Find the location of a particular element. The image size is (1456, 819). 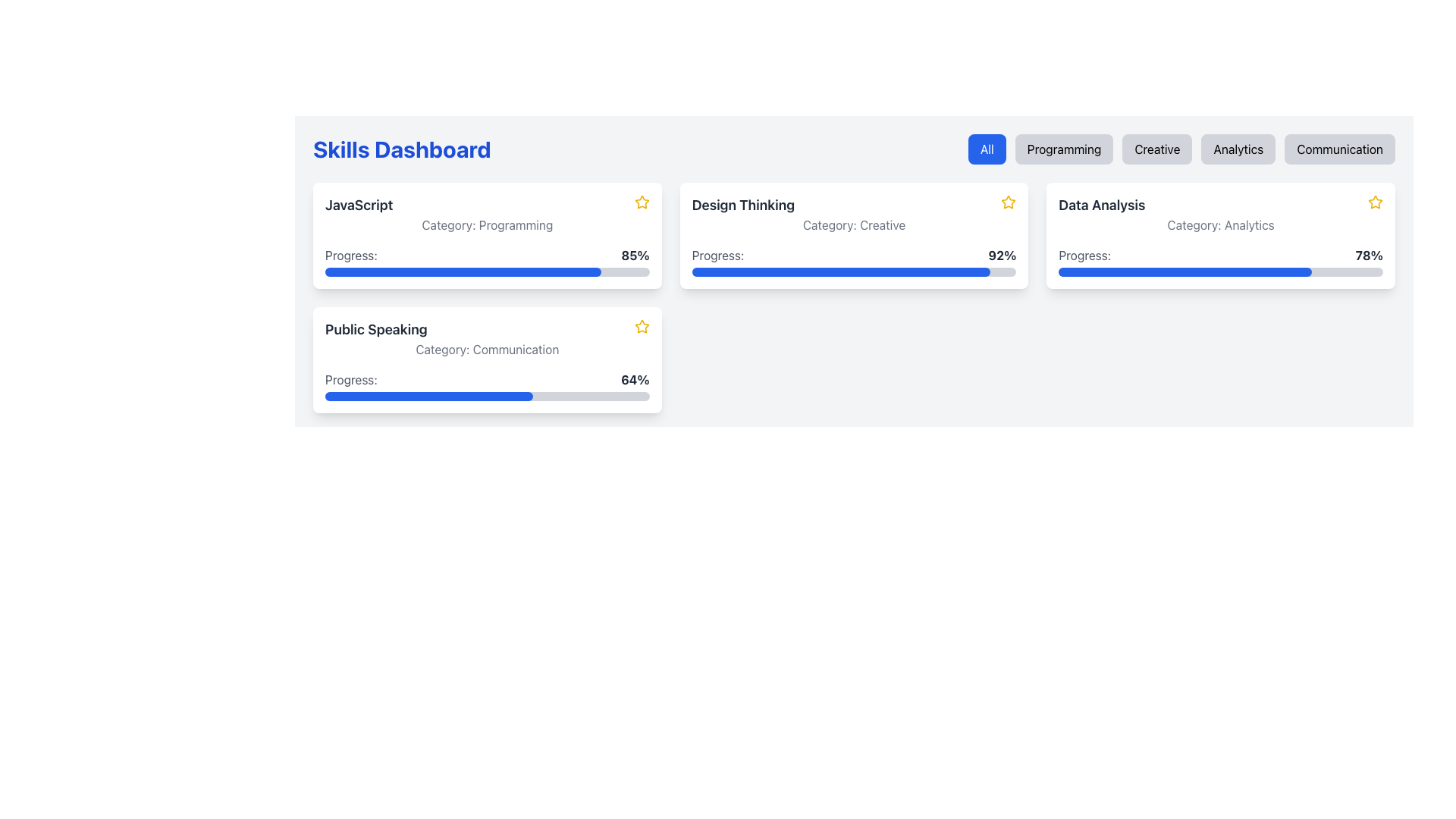

the second button from the left in the horizontal group of buttons at the top-center of the interface to filter content related to 'Programming' is located at coordinates (1063, 149).